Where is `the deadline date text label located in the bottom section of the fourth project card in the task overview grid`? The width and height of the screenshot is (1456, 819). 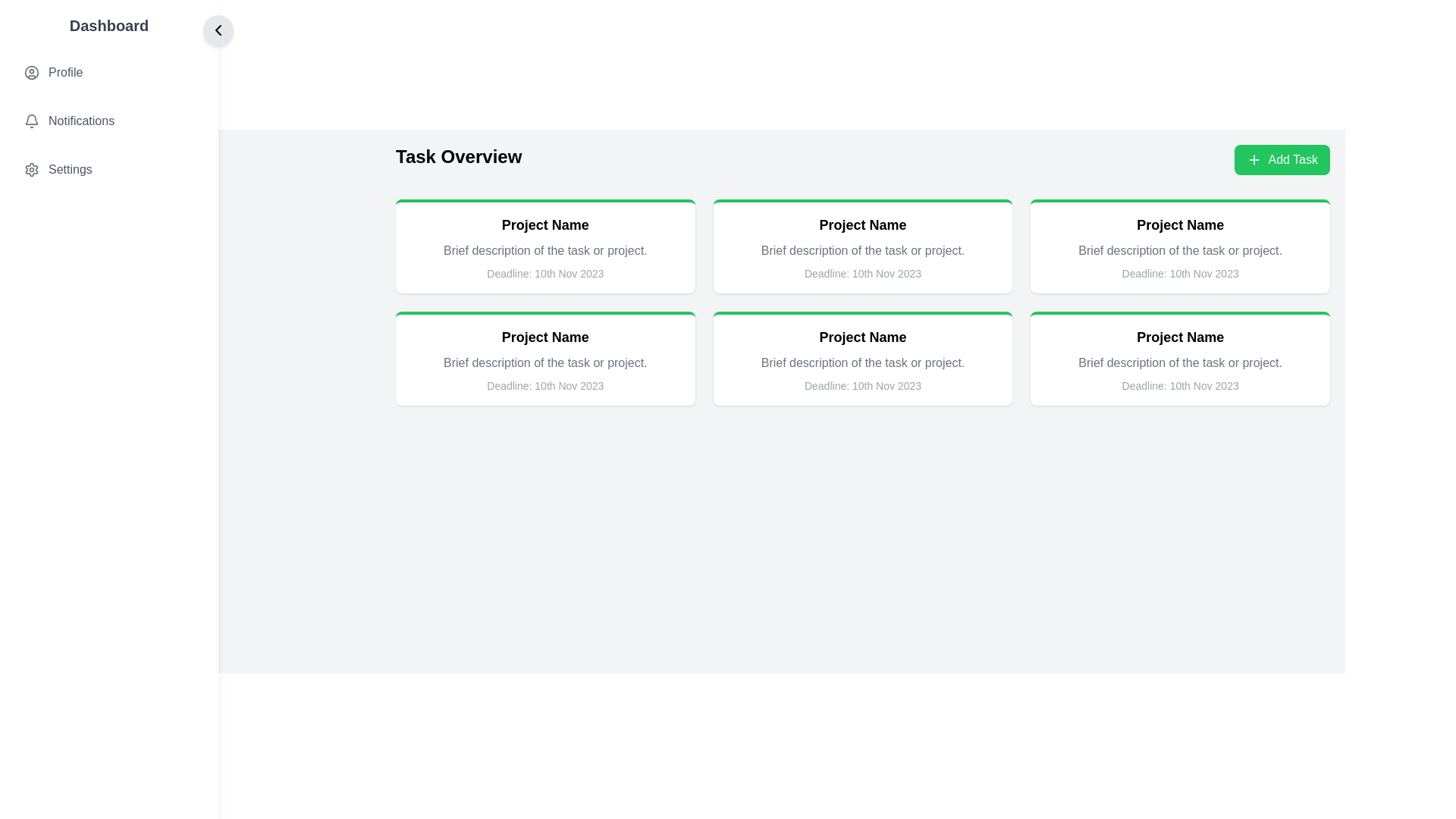
the deadline date text label located in the bottom section of the fourth project card in the task overview grid is located at coordinates (862, 385).